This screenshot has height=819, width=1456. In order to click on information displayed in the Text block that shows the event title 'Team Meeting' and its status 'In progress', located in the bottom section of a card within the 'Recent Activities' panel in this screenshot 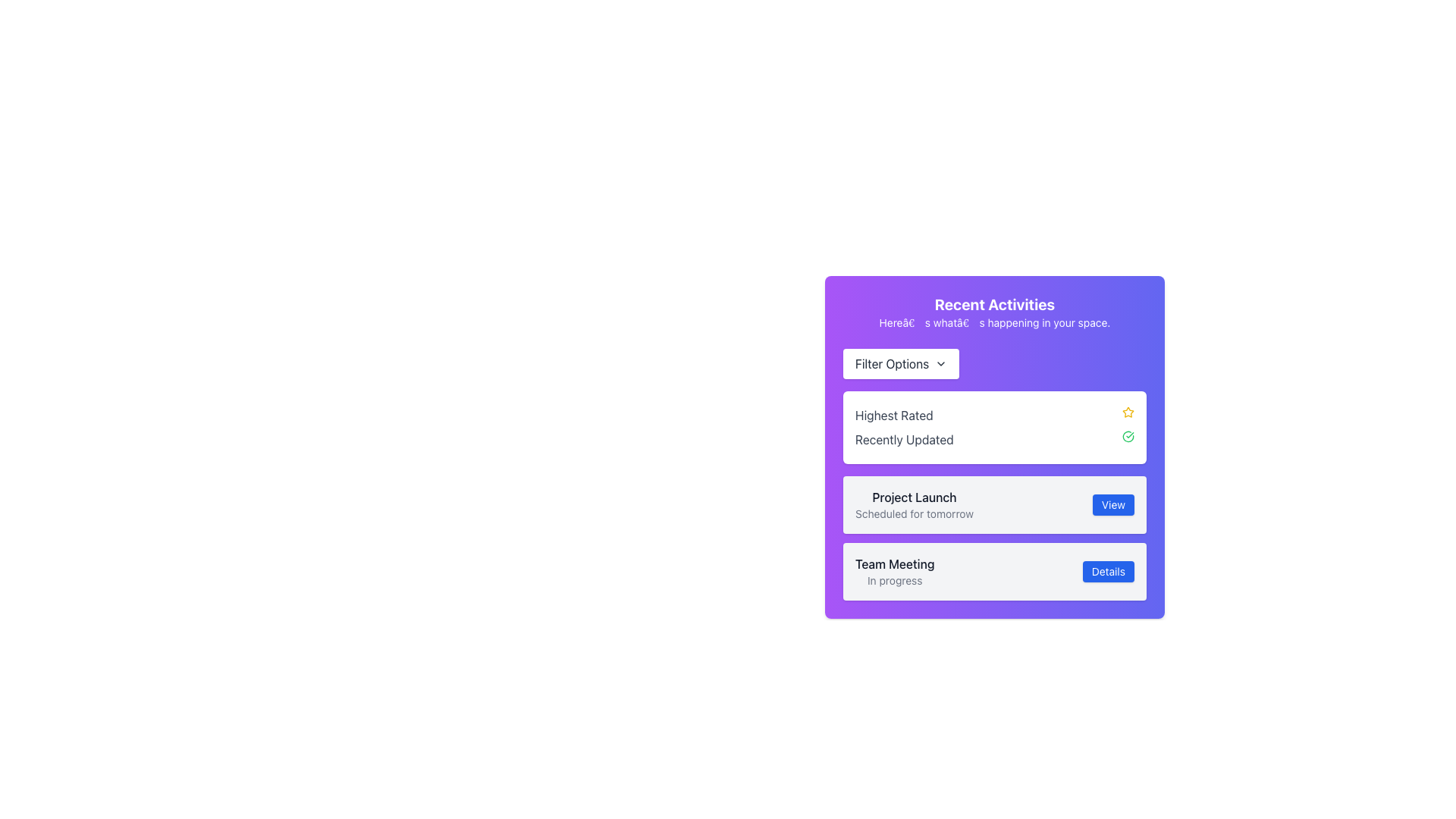, I will do `click(895, 571)`.